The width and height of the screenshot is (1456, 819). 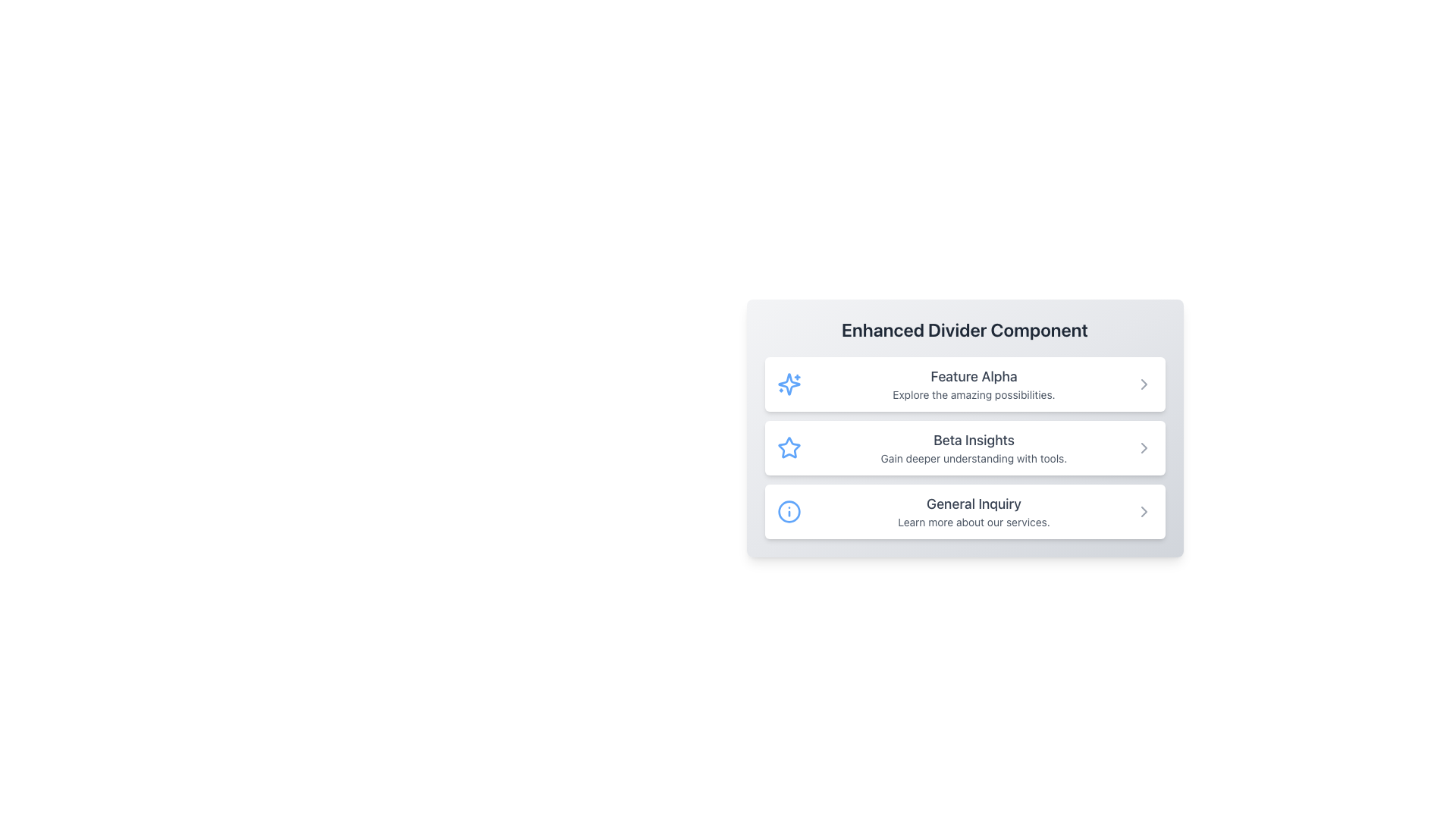 I want to click on the navigation icon located at the far right of the 'General Inquiry' row, so click(x=1144, y=512).